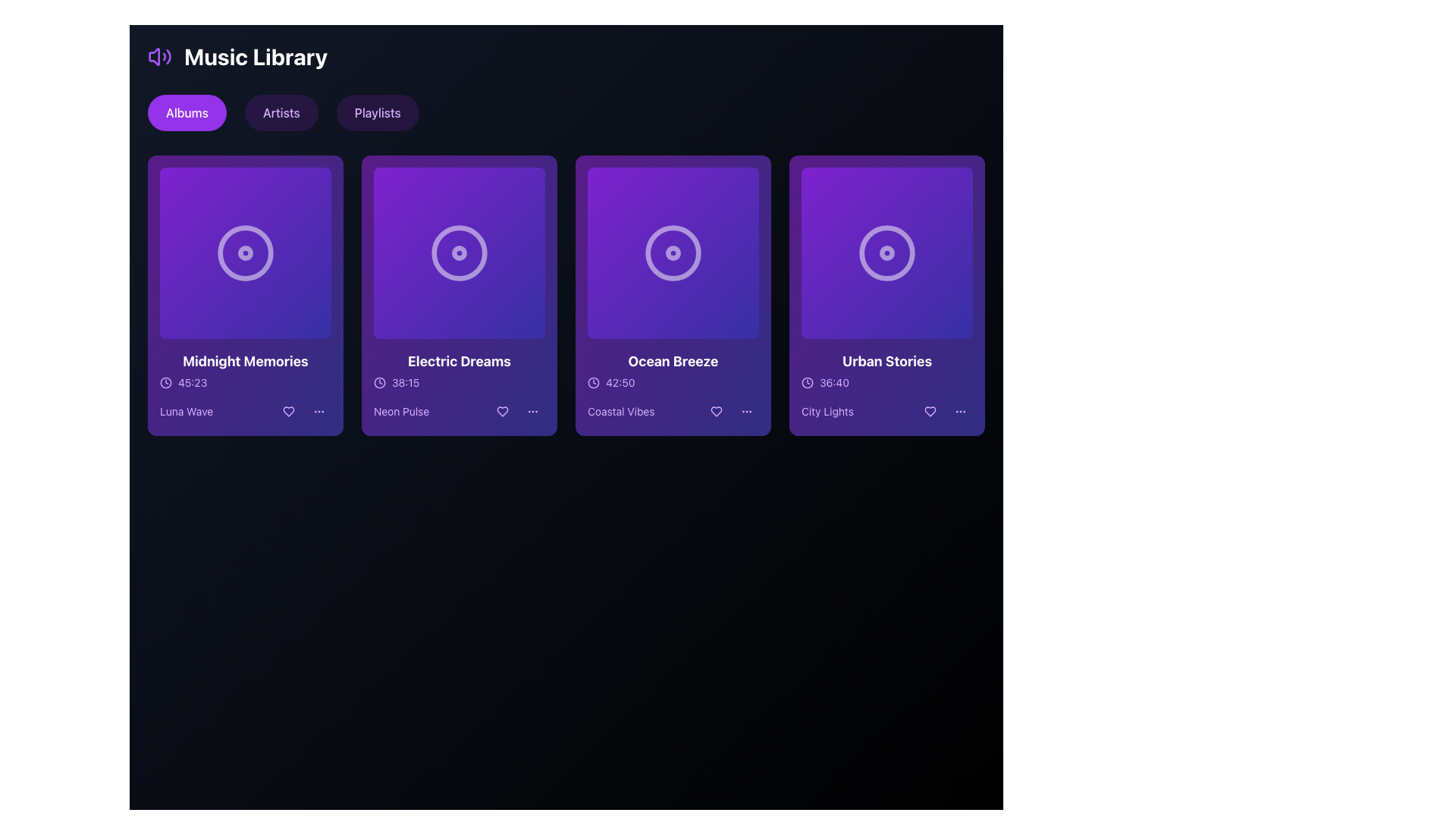 The width and height of the screenshot is (1456, 819). Describe the element at coordinates (246, 362) in the screenshot. I see `the 'Midnight Memories' label, which is styled in a bold and large white font on a purple gradient card, located on the leftmost side of the row` at that location.